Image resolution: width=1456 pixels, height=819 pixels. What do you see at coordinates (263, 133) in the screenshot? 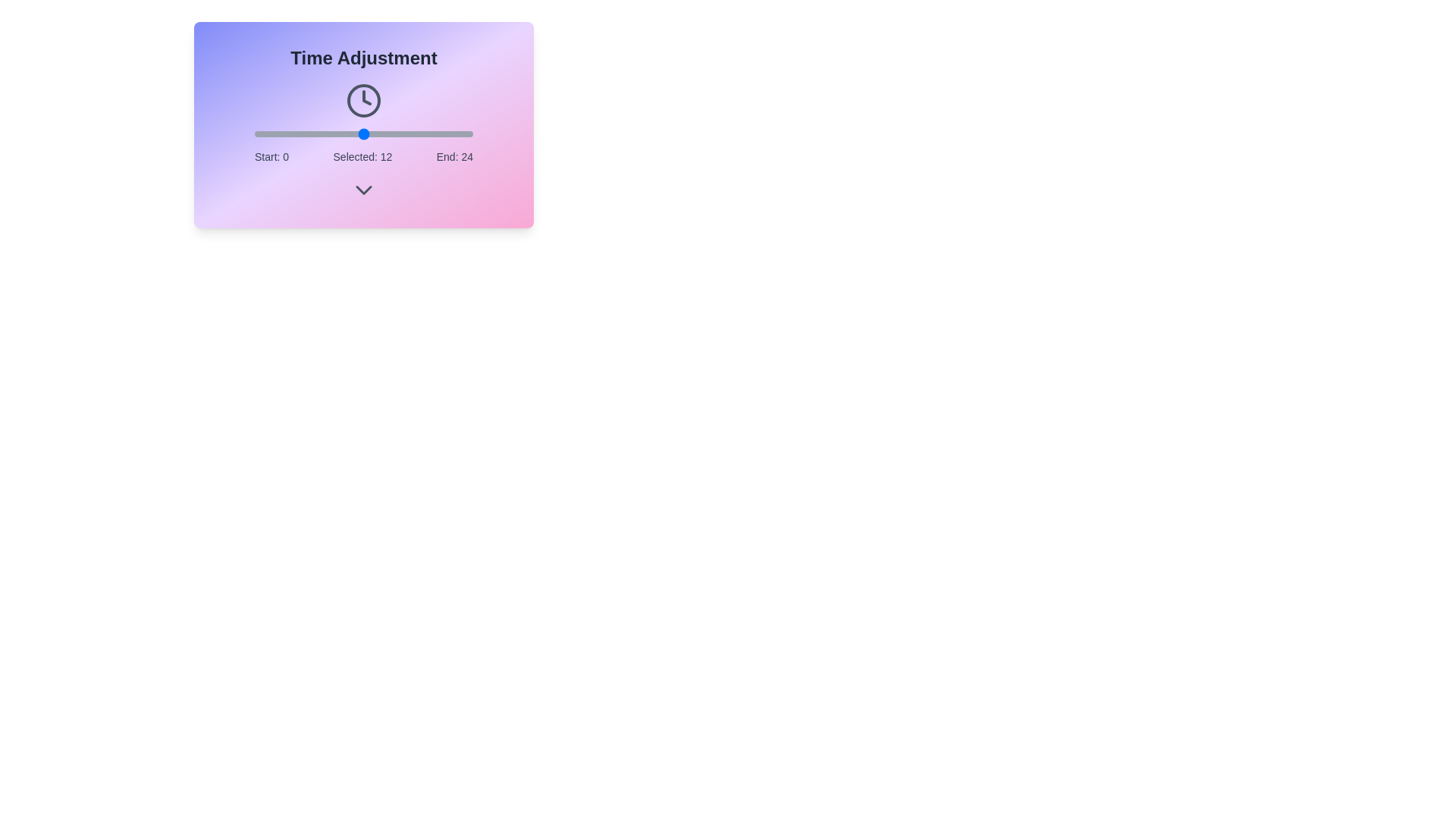
I see `the time slider to 1` at bounding box center [263, 133].